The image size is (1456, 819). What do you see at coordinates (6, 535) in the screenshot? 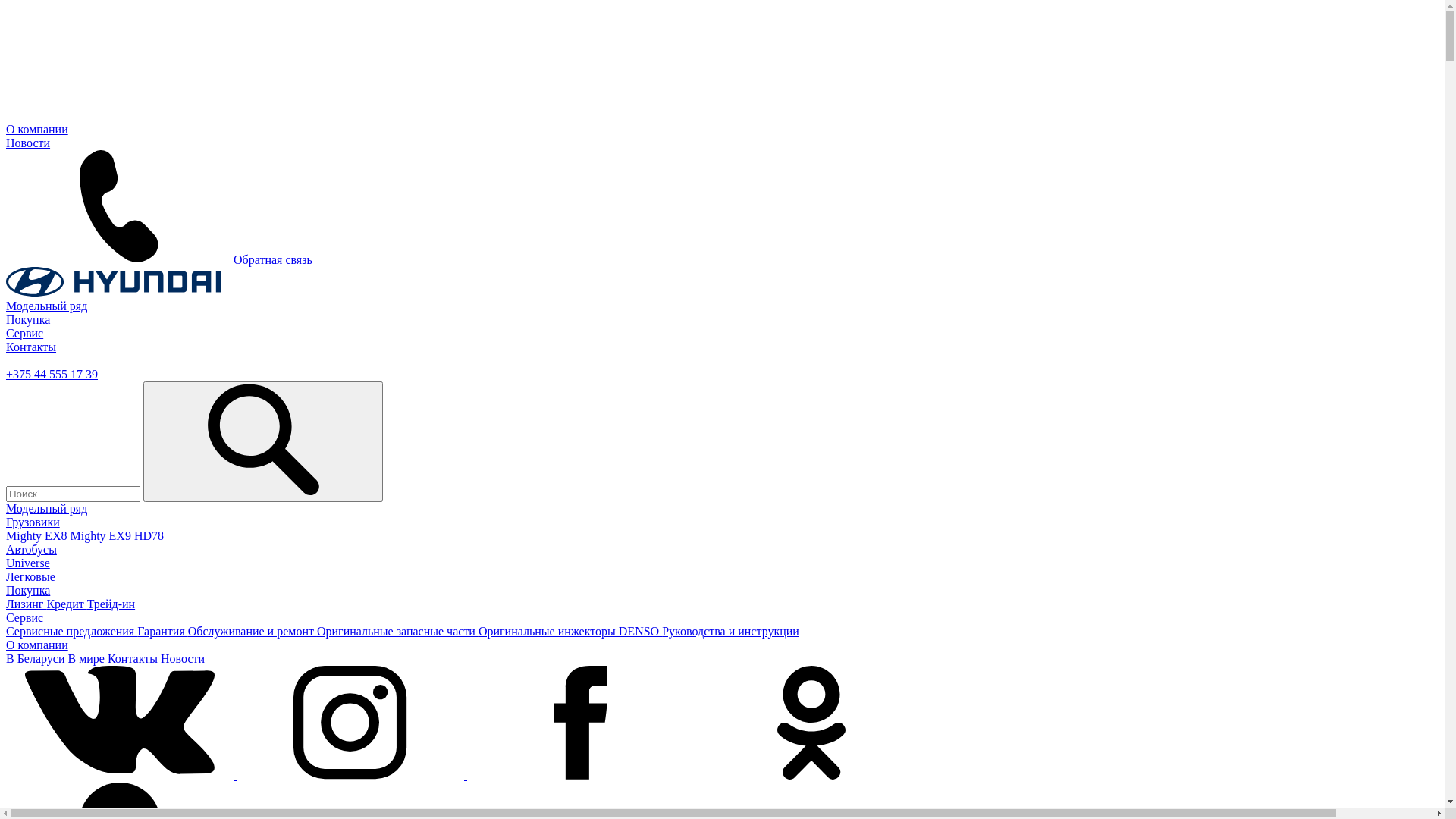
I see `'Mighty EX8'` at bounding box center [6, 535].